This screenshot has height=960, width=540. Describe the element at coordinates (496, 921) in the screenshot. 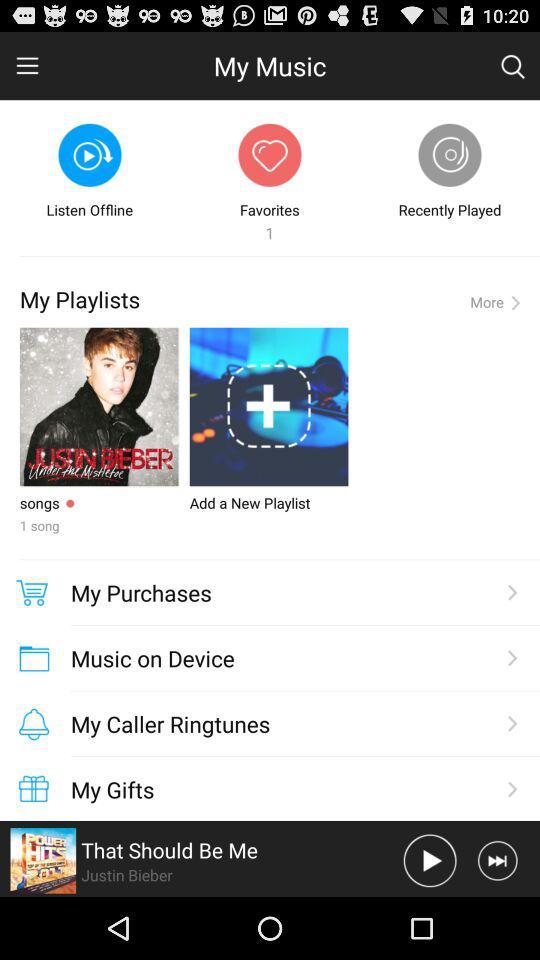

I see `the skip_next icon` at that location.